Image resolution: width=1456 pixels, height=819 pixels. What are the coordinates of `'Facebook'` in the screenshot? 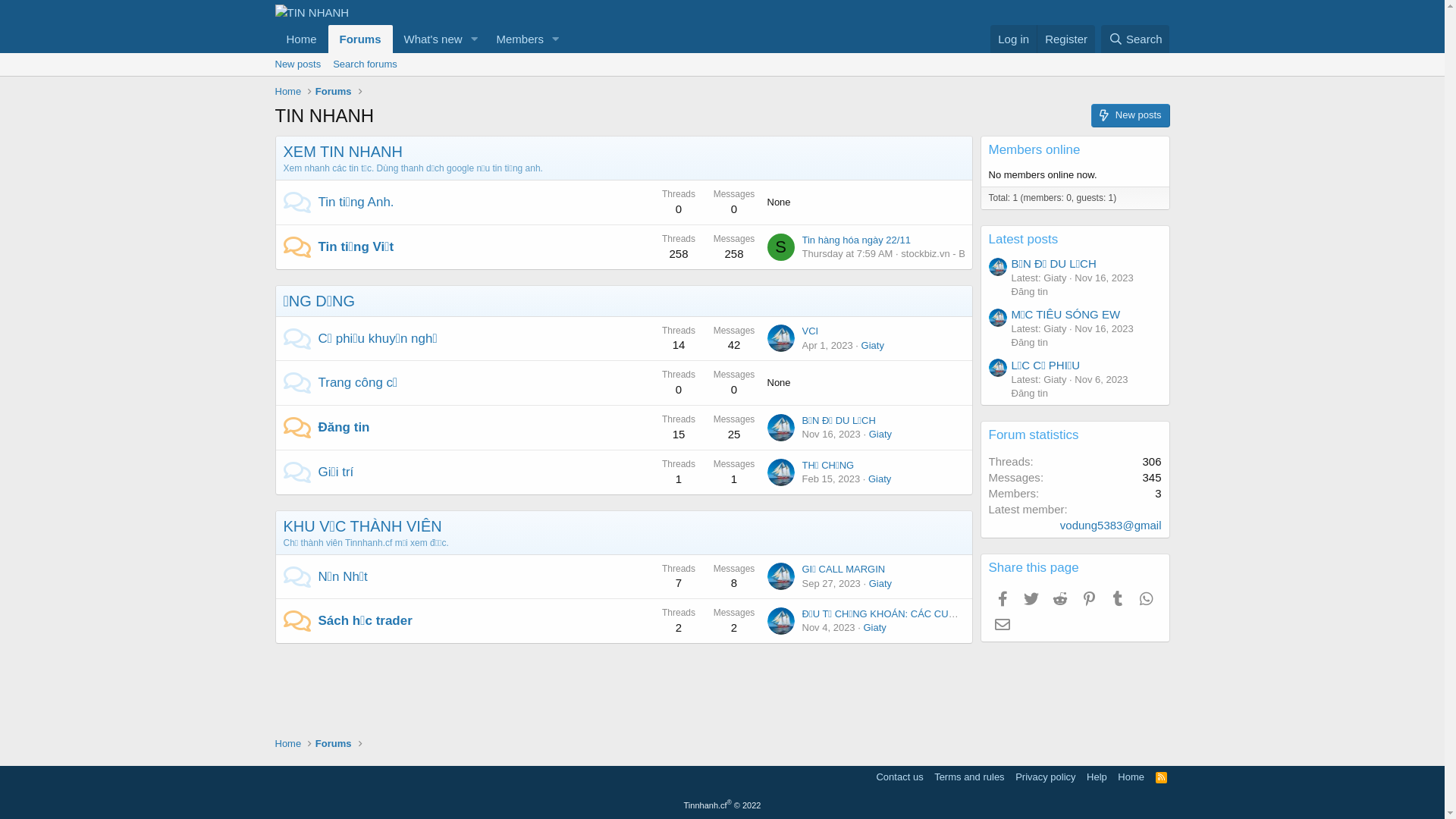 It's located at (1002, 598).